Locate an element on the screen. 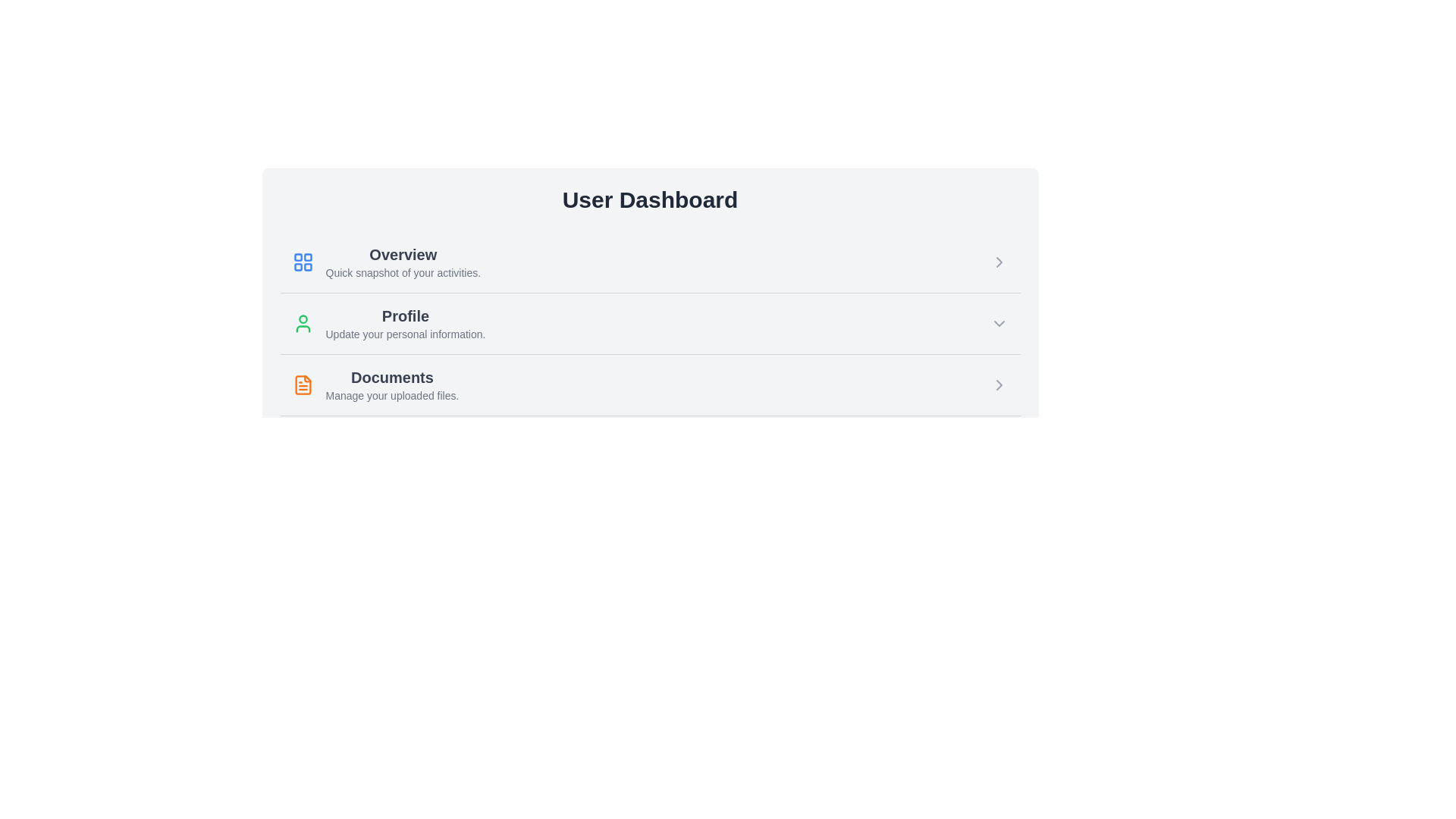  the rightward chevron arrow icon located at the top right of the 'Overview' item is located at coordinates (999, 262).